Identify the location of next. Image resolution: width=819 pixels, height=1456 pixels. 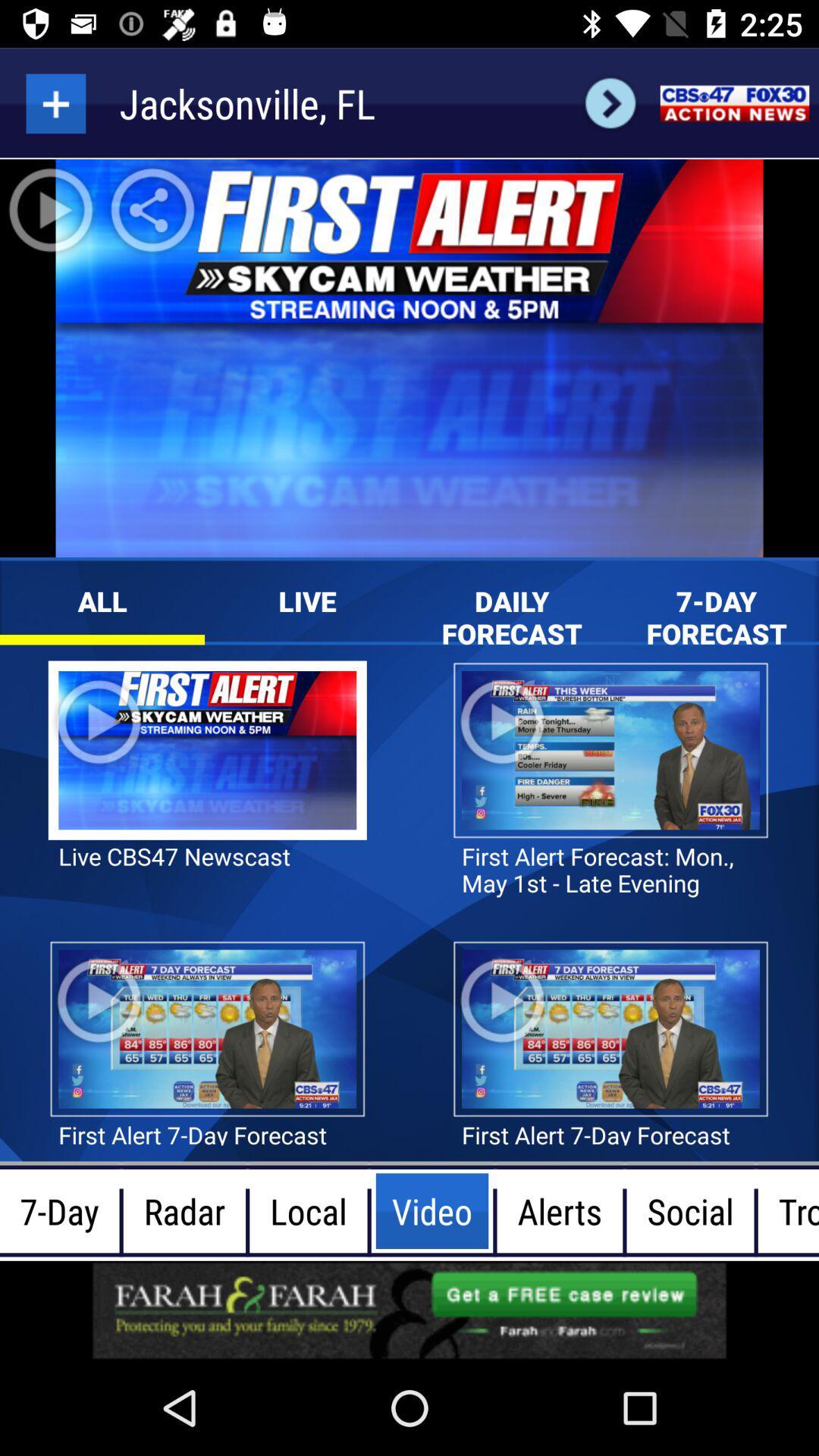
(610, 102).